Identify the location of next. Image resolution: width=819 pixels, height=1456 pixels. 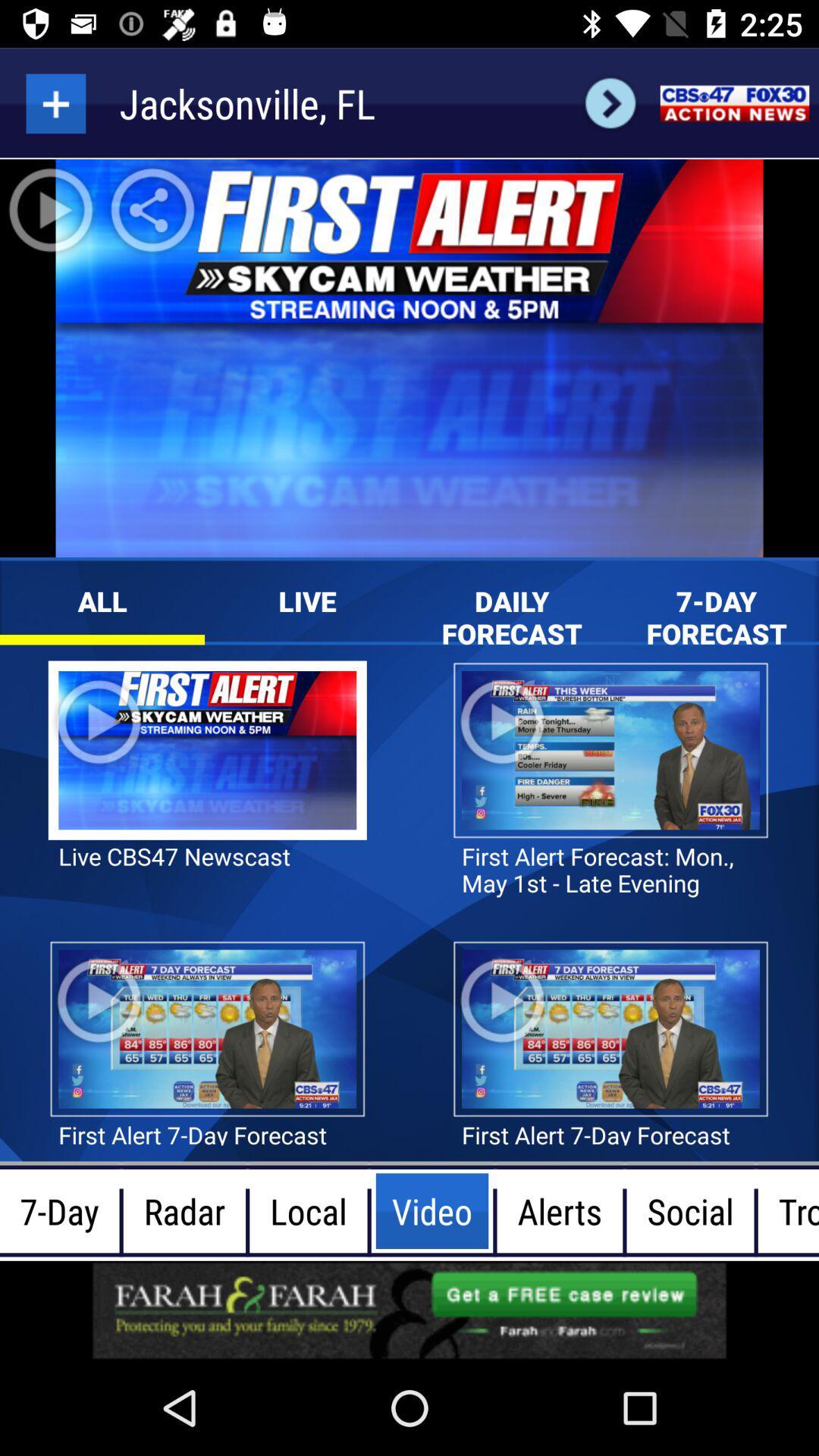
(610, 102).